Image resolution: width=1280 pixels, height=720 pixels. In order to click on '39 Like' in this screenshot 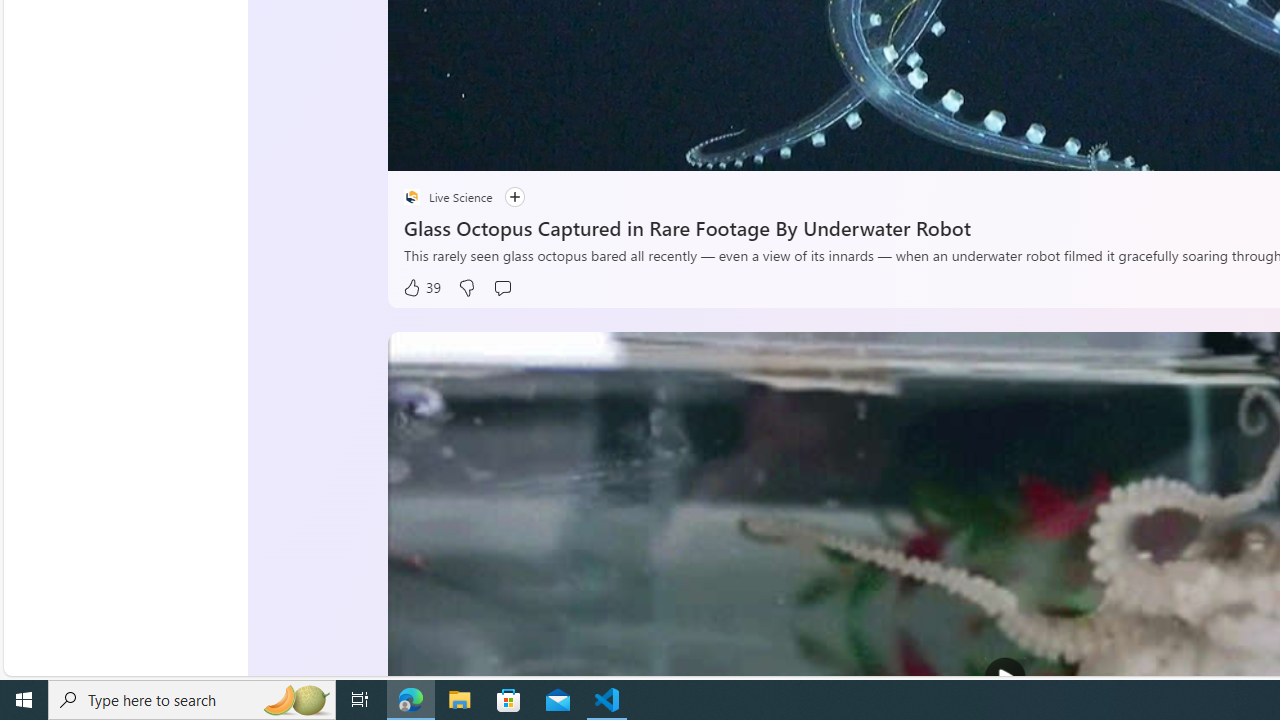, I will do `click(421, 288)`.